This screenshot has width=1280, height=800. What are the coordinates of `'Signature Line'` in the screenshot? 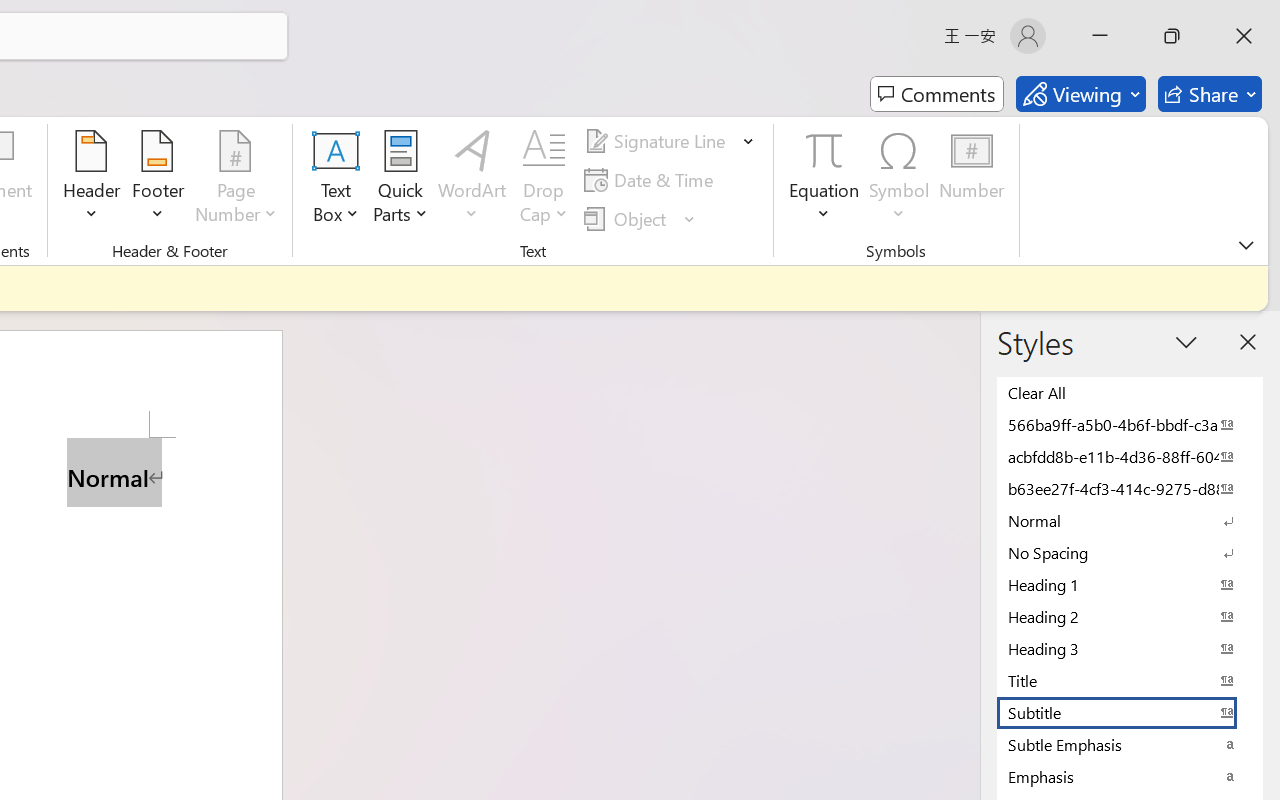 It's located at (658, 141).